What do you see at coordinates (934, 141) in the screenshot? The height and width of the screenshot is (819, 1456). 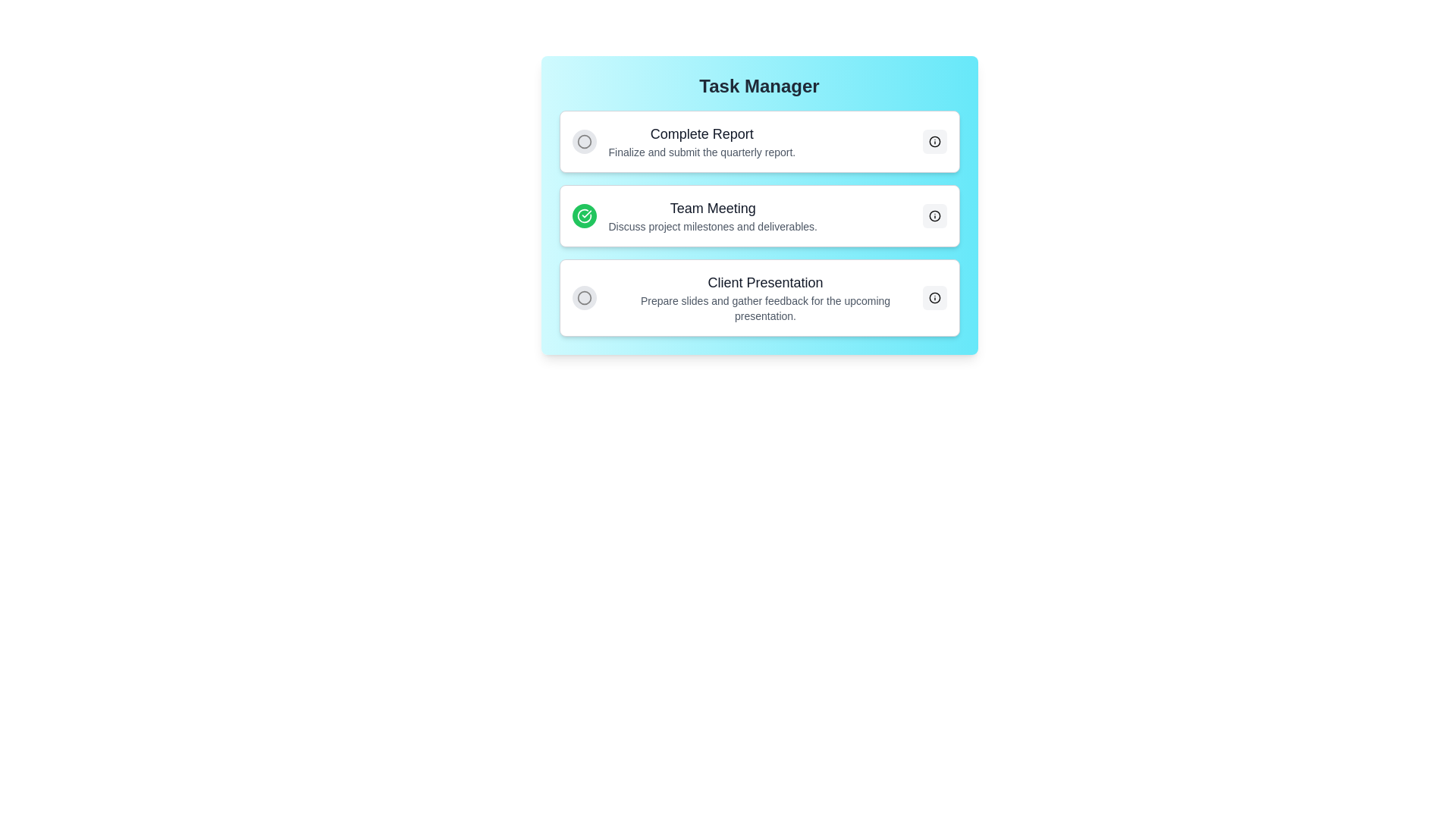 I see `the Information icon button located at the top right side of the first card in the list for the 'Complete Report' task` at bounding box center [934, 141].